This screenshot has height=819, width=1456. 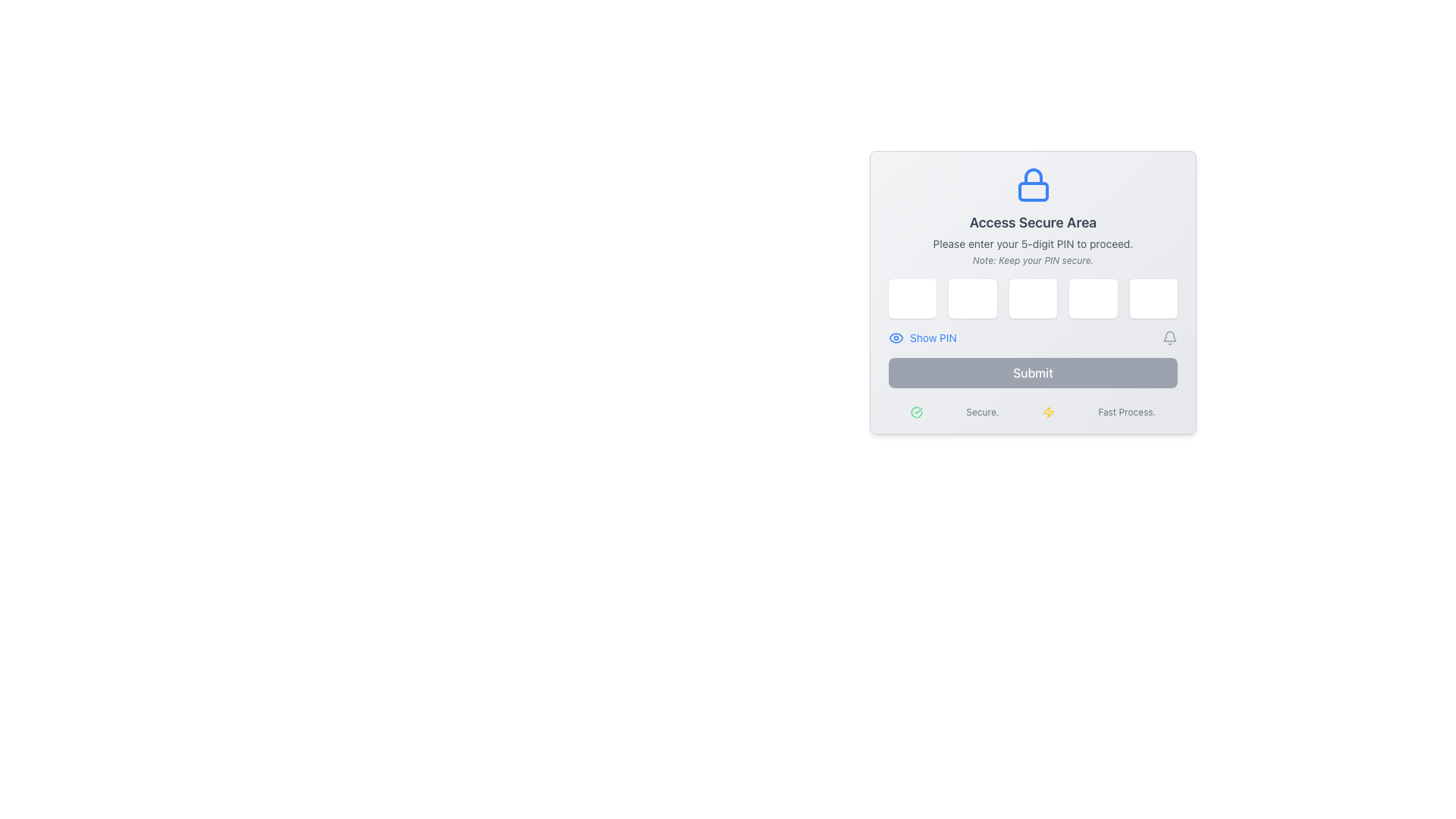 I want to click on the fourth password input box, which is a rounded square-shaped field with a gray border and white background, to focus the field, so click(x=1093, y=298).